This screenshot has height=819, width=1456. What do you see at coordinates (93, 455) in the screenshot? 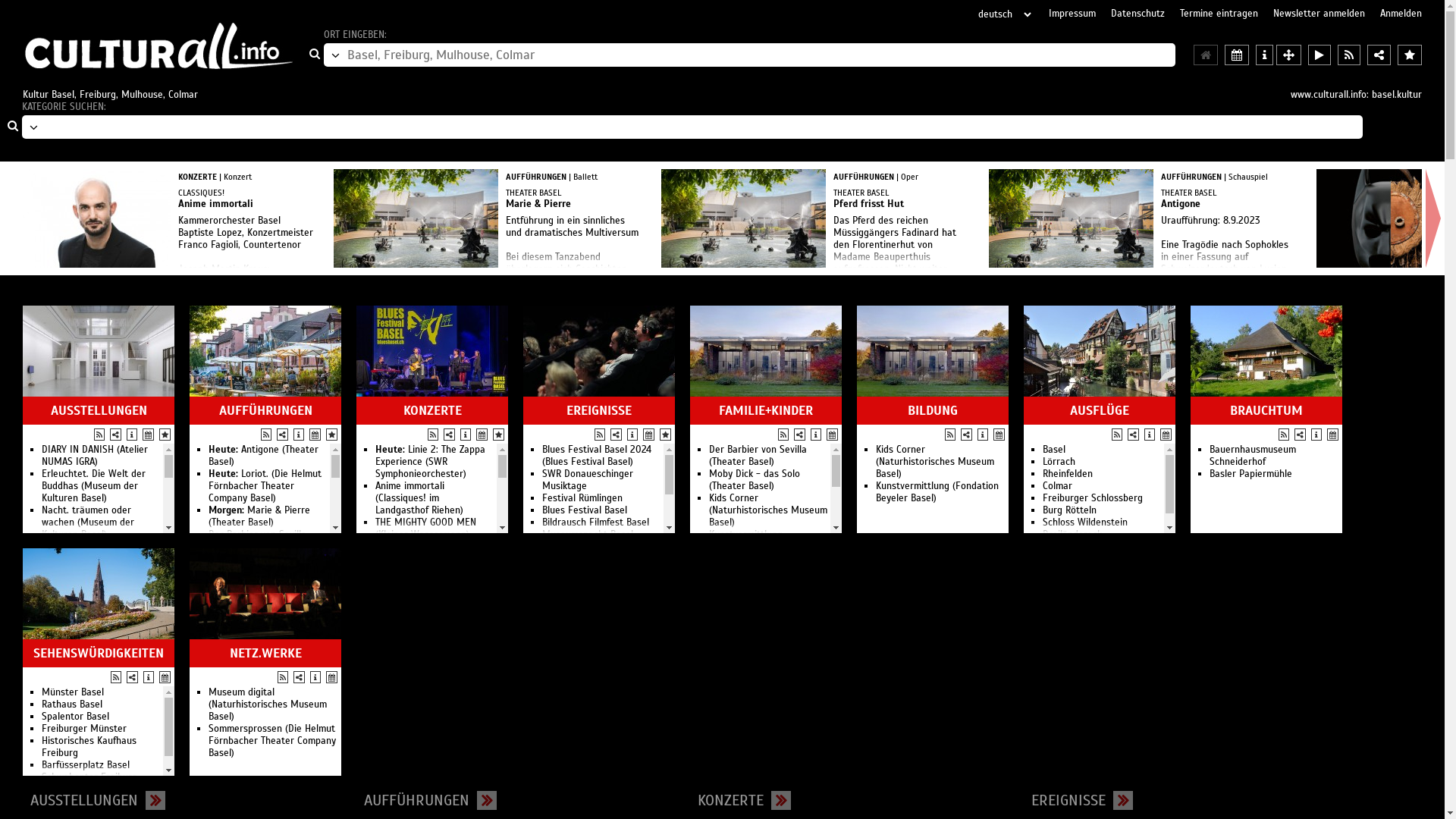
I see `'DIARY IN DANISH (Atelier NUMAS IGRA)'` at bounding box center [93, 455].